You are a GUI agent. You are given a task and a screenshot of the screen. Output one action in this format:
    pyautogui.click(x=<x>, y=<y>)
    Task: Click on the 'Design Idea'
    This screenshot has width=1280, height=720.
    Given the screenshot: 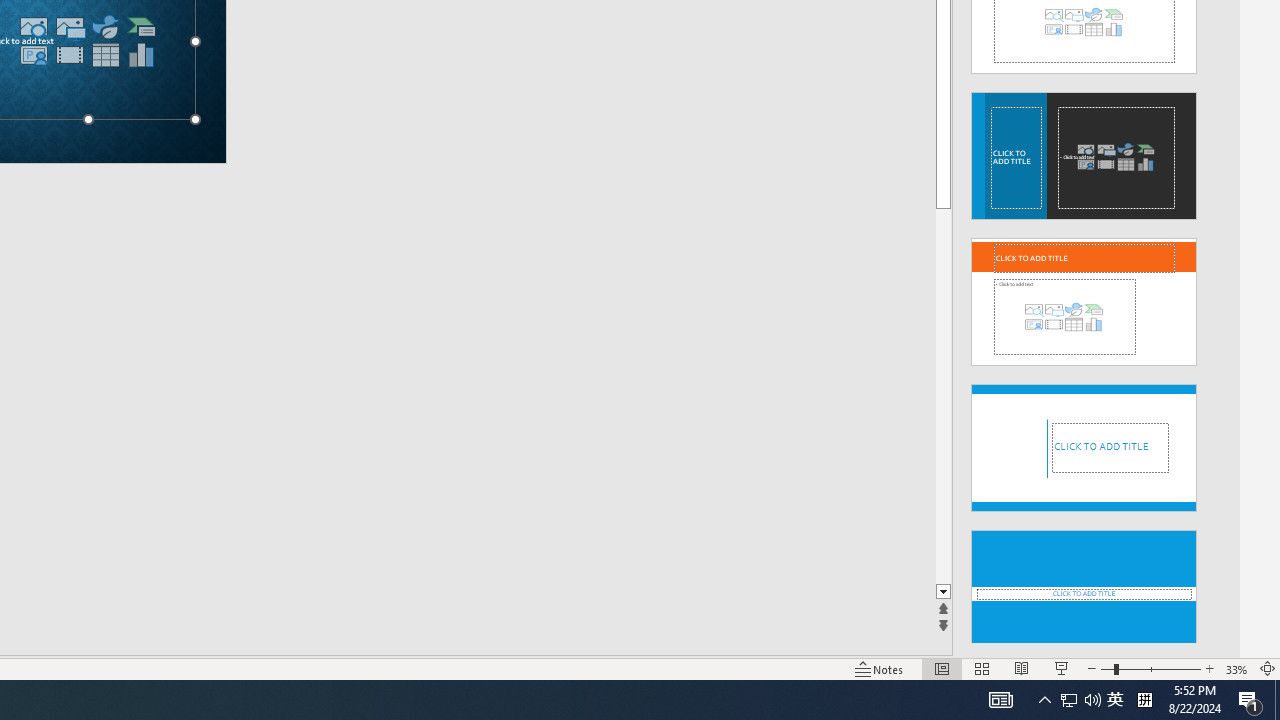 What is the action you would take?
    pyautogui.click(x=1083, y=586)
    